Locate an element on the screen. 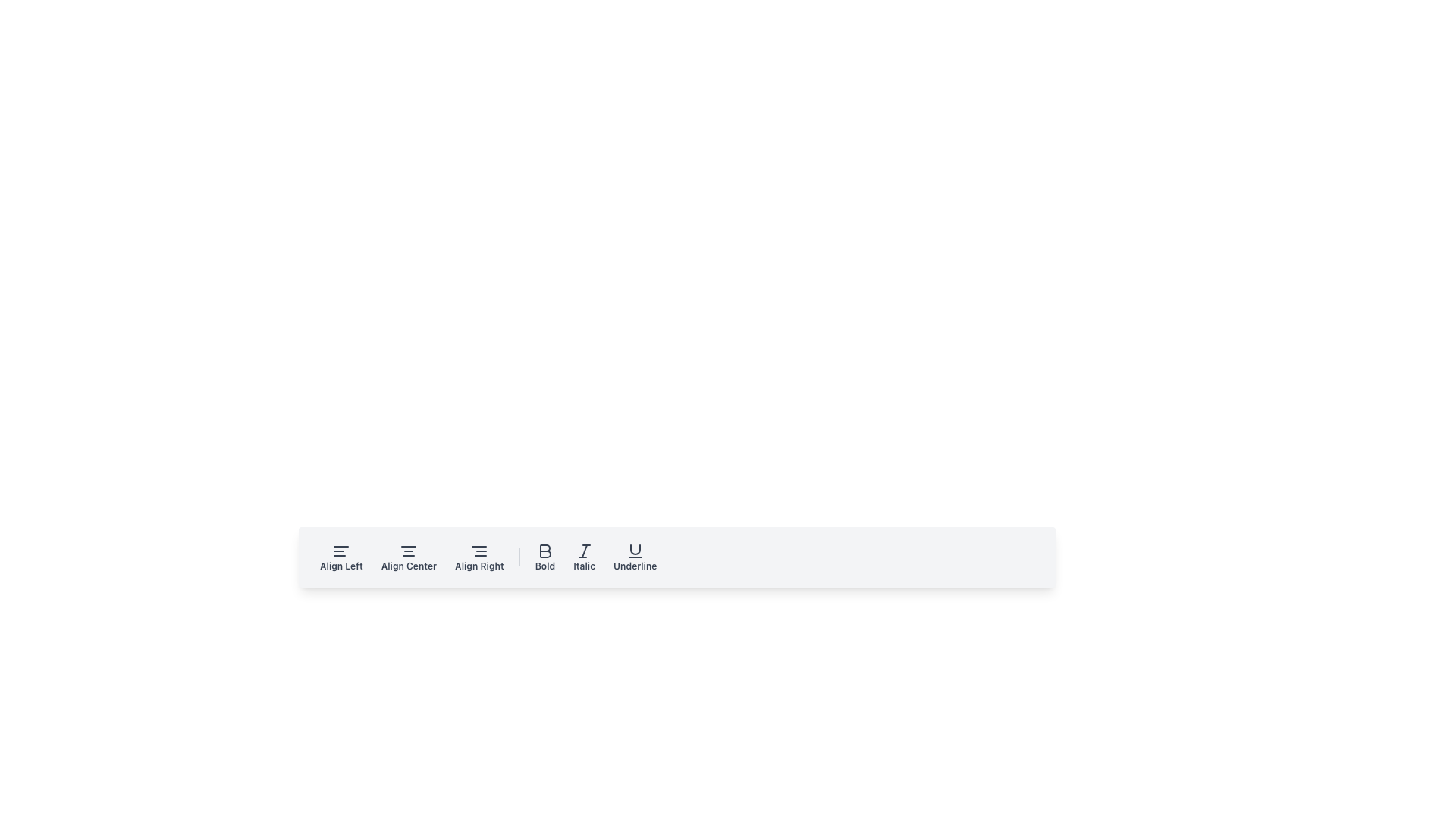 The image size is (1456, 819). the 'Align Right' button in the toolbar is located at coordinates (479, 566).